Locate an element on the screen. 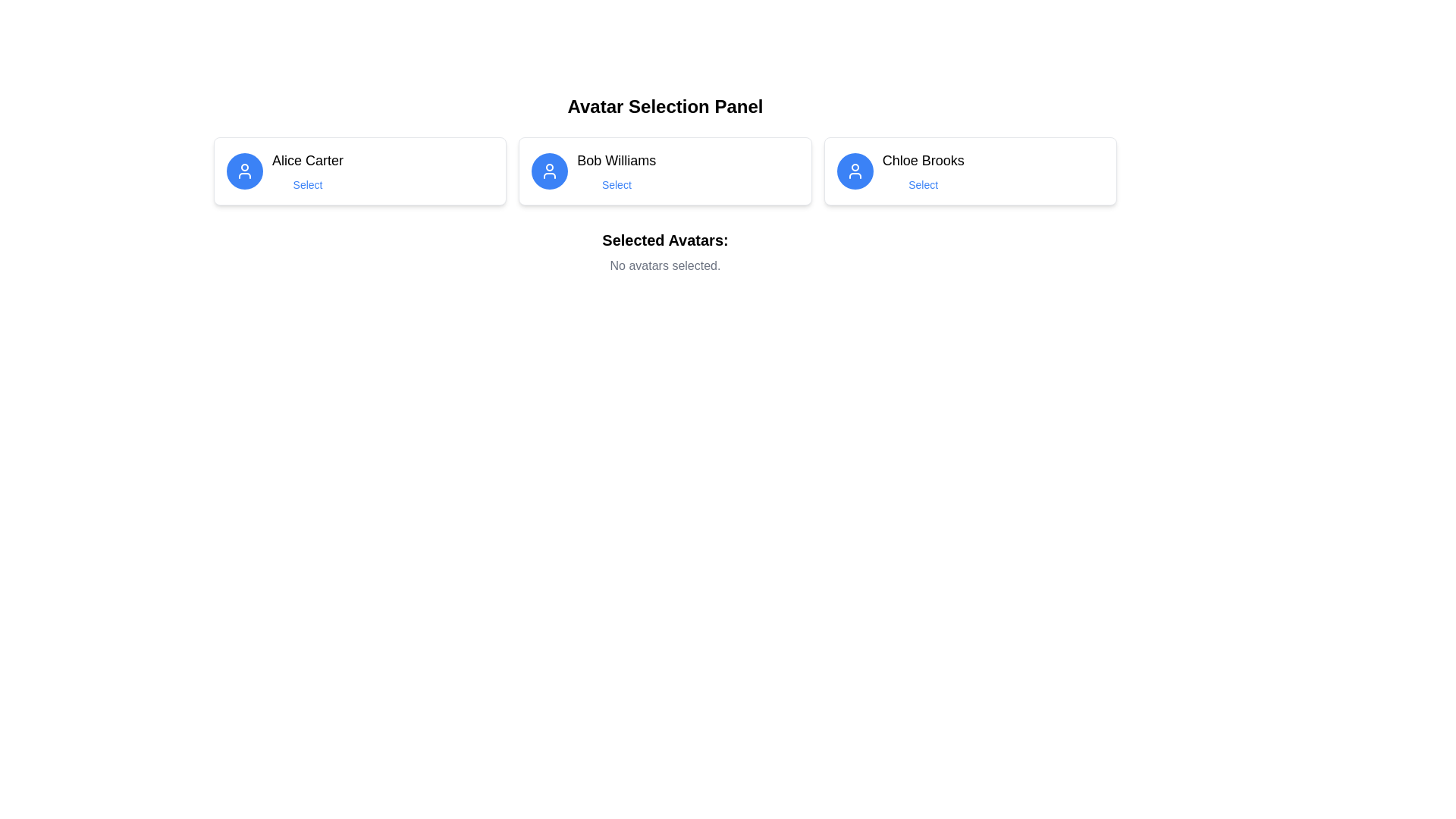 The image size is (1456, 819). the Text display component that shows the summary of currently selected avatars, positioned below the avatar selection panel is located at coordinates (665, 251).